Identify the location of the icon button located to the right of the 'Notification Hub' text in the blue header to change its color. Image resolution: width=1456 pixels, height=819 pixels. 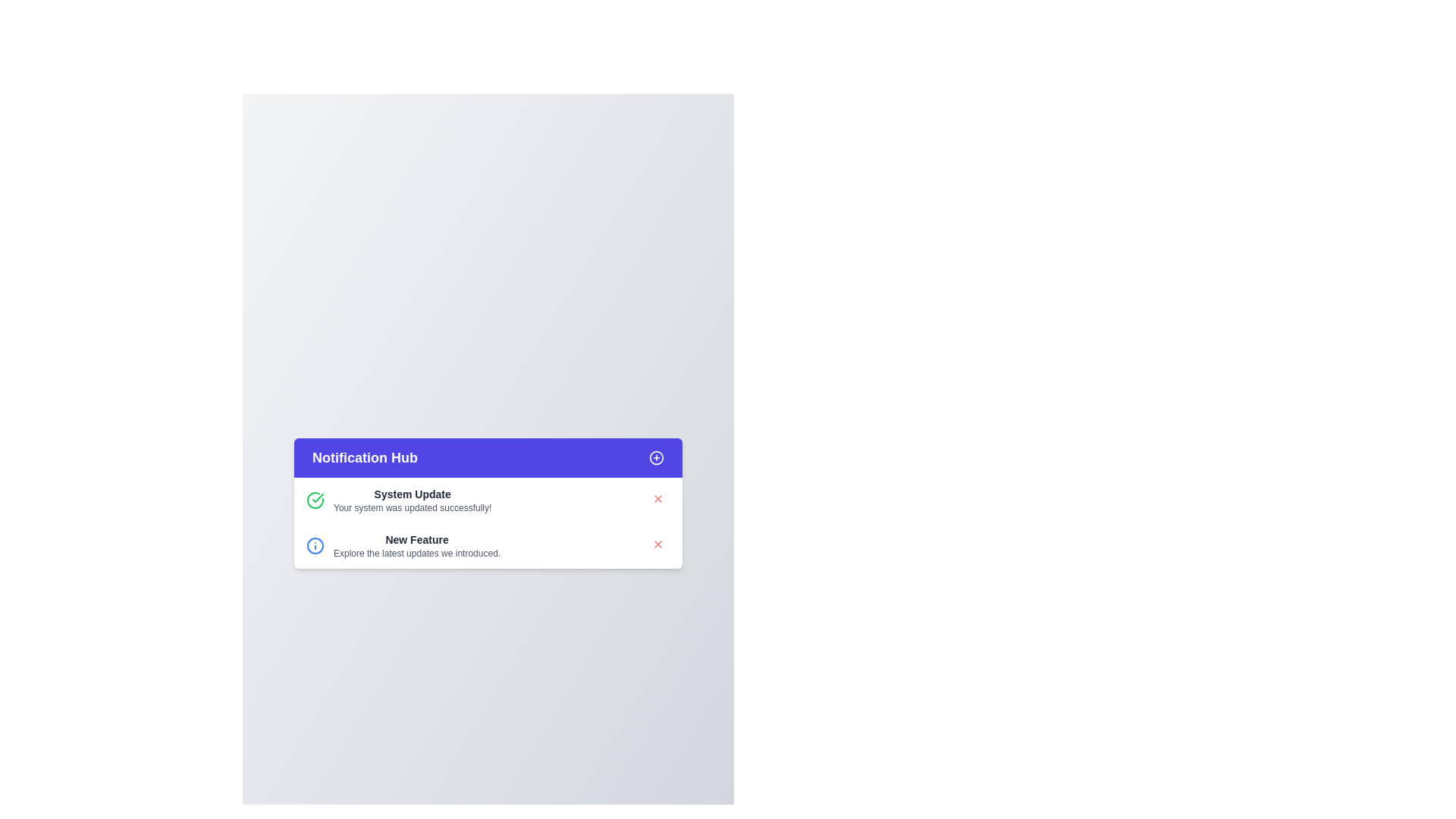
(656, 457).